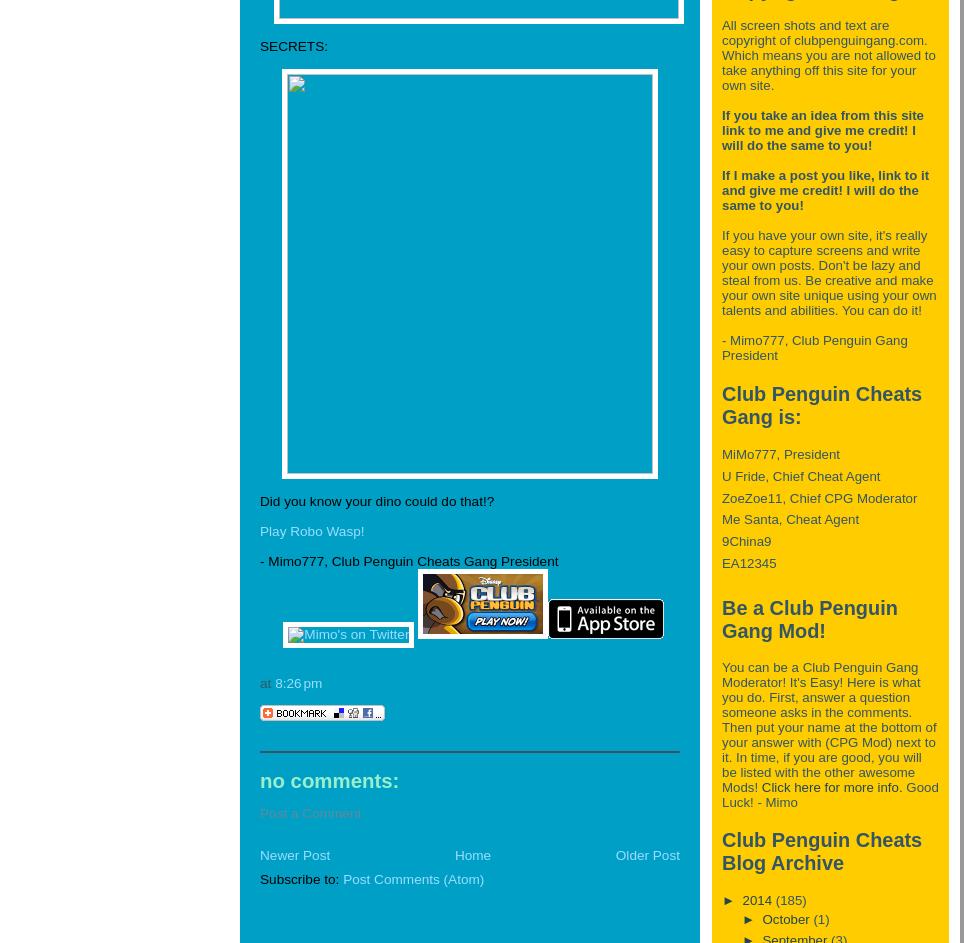 This screenshot has height=943, width=964. I want to click on 'Club Penguin Cheats Blog Archive', so click(722, 851).